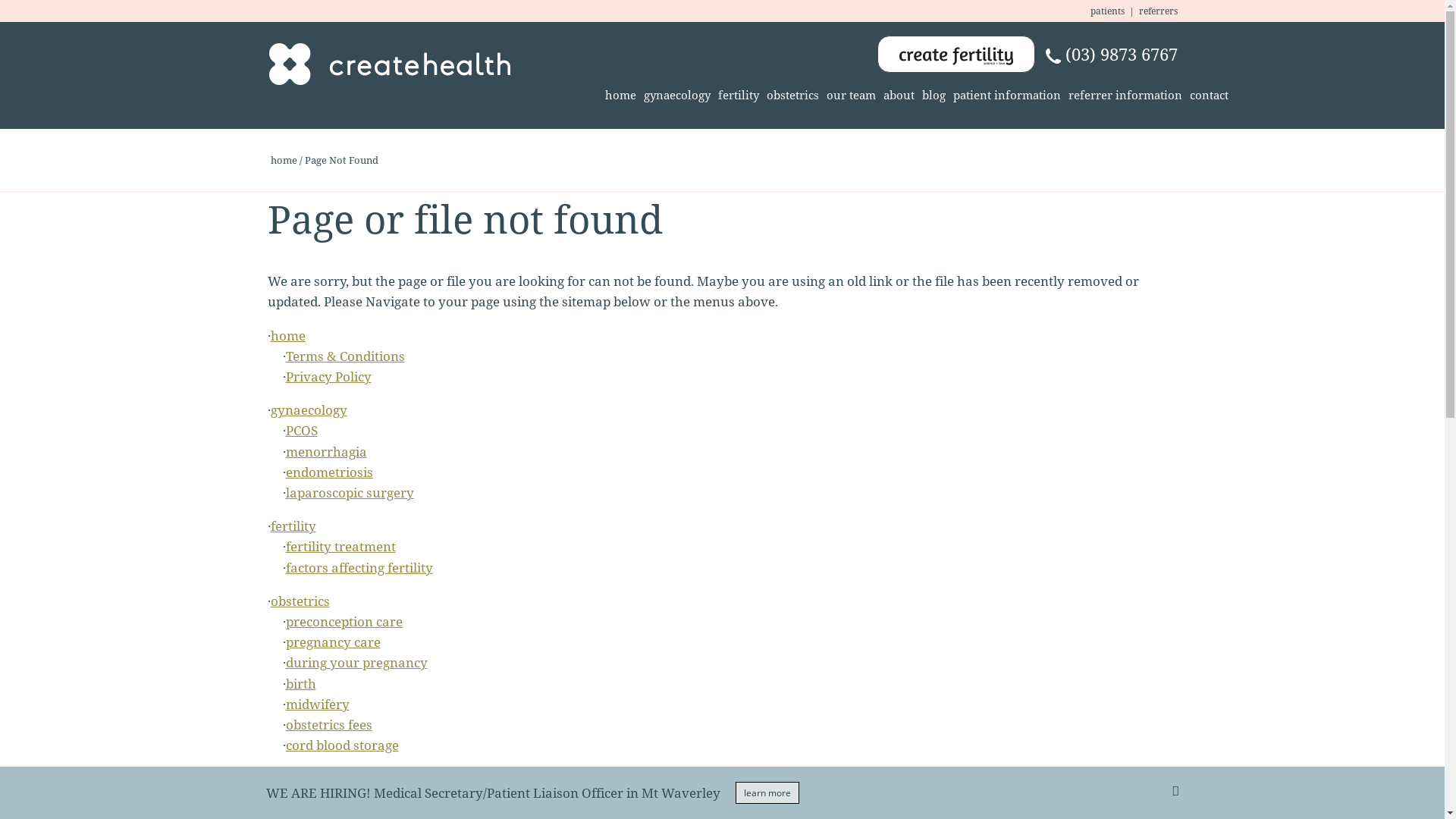 Image resolution: width=1456 pixels, height=819 pixels. Describe the element at coordinates (269, 778) in the screenshot. I see `'our team'` at that location.